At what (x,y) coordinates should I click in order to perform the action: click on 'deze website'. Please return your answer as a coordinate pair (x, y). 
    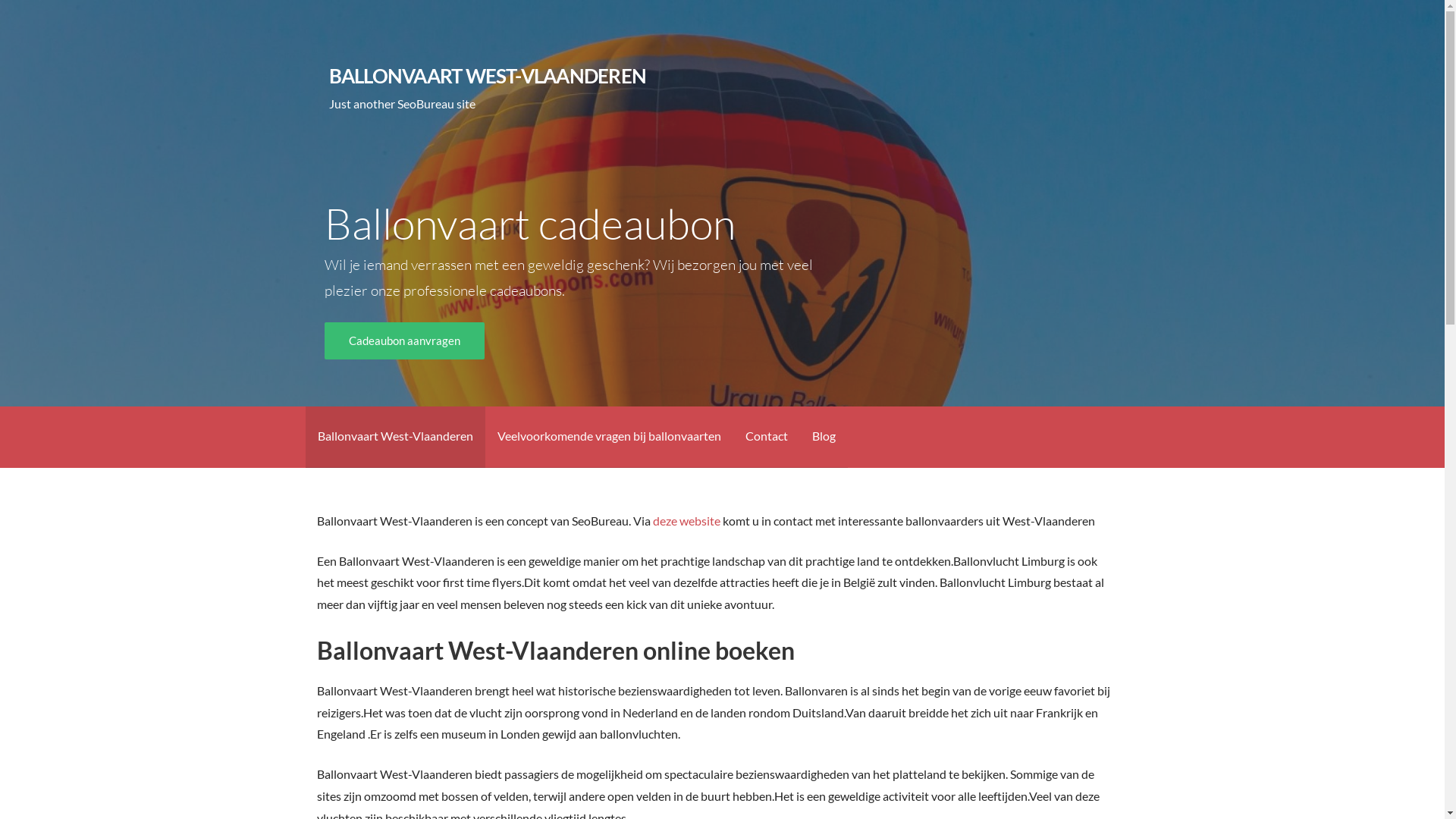
    Looking at the image, I should click on (686, 519).